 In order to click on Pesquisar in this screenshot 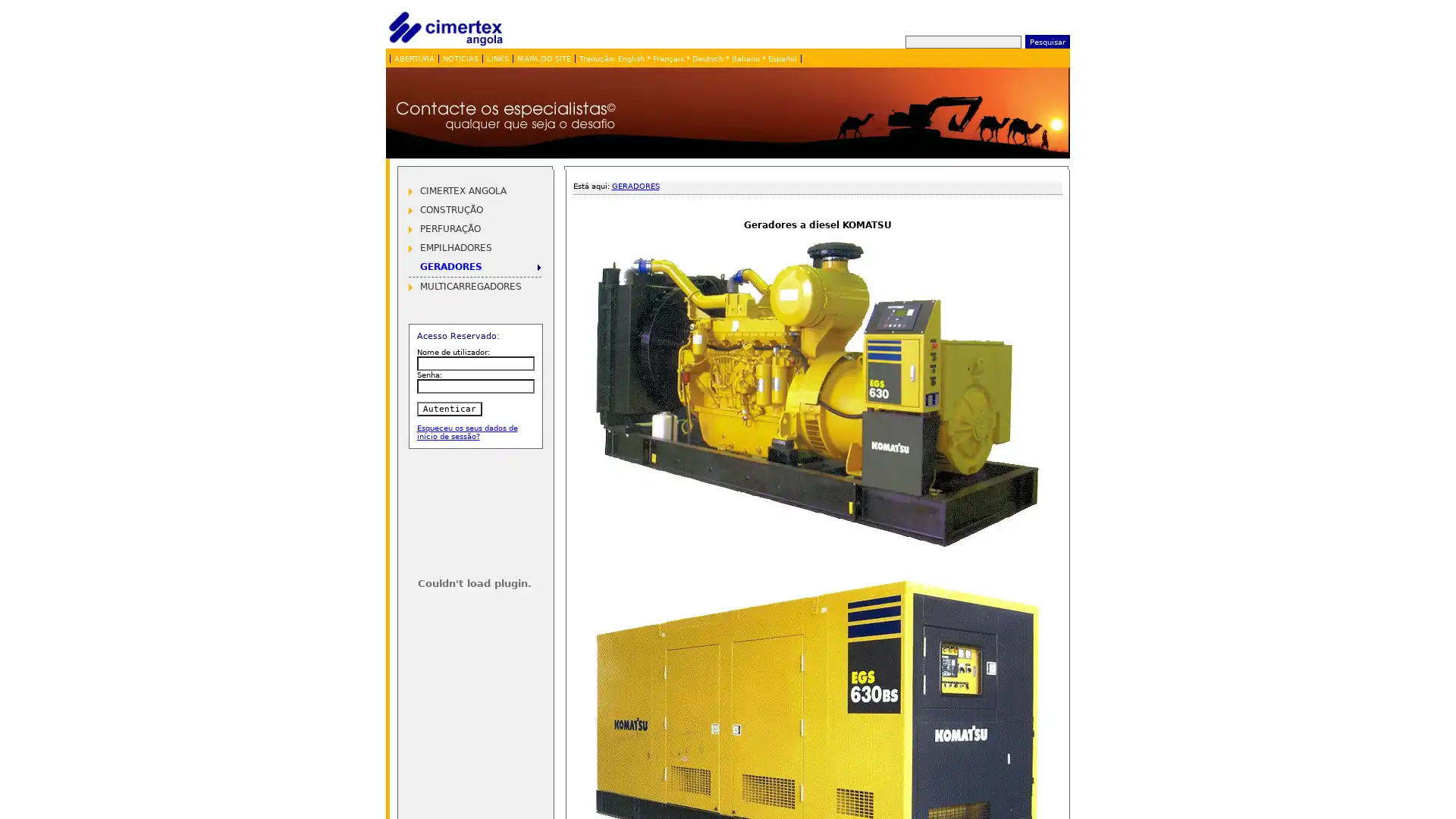, I will do `click(1046, 40)`.